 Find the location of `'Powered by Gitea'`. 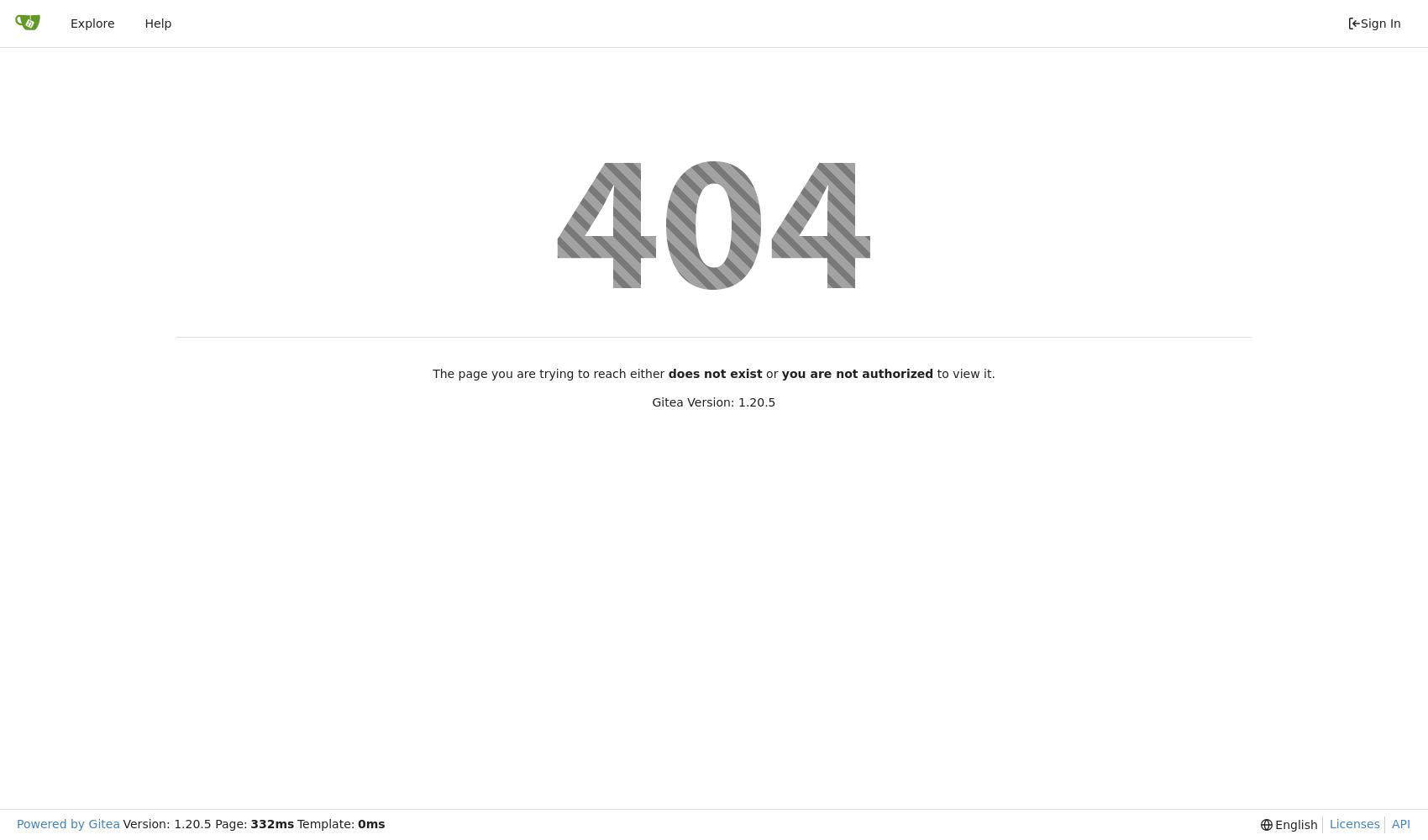

'Powered by Gitea' is located at coordinates (68, 823).